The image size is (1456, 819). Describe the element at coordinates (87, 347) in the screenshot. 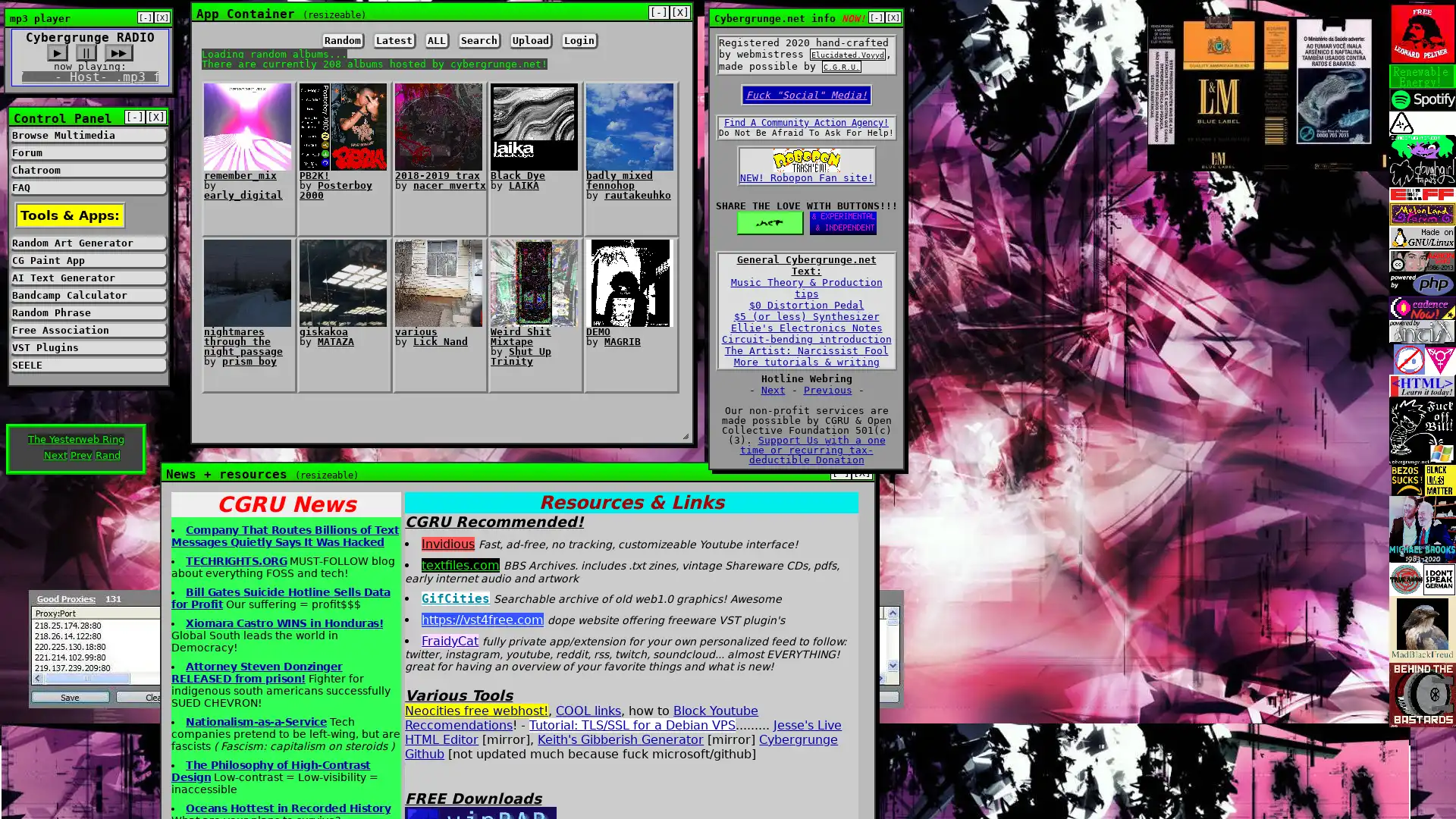

I see `VST Plugins` at that location.